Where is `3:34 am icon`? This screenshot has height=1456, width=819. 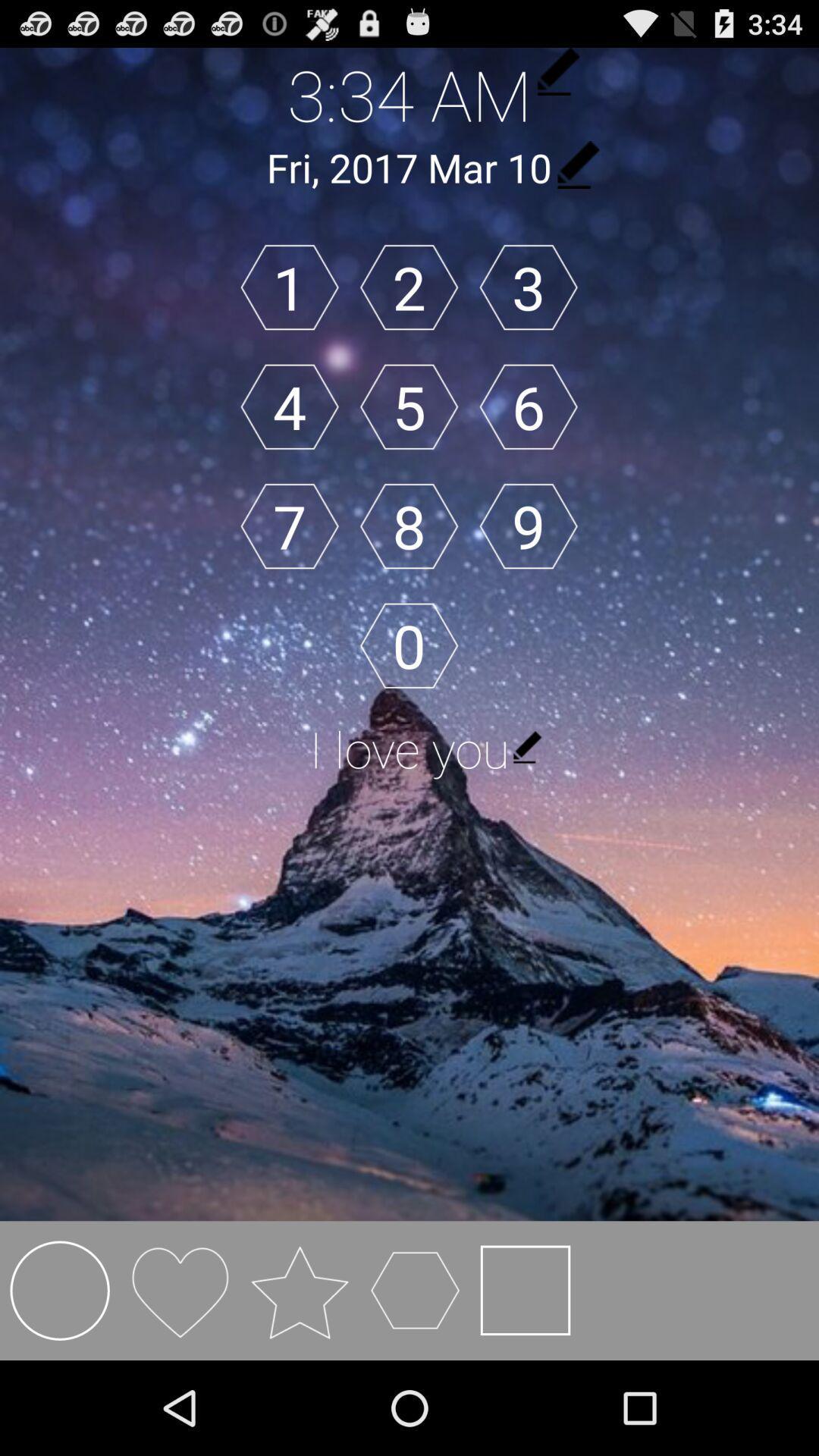 3:34 am icon is located at coordinates (409, 93).